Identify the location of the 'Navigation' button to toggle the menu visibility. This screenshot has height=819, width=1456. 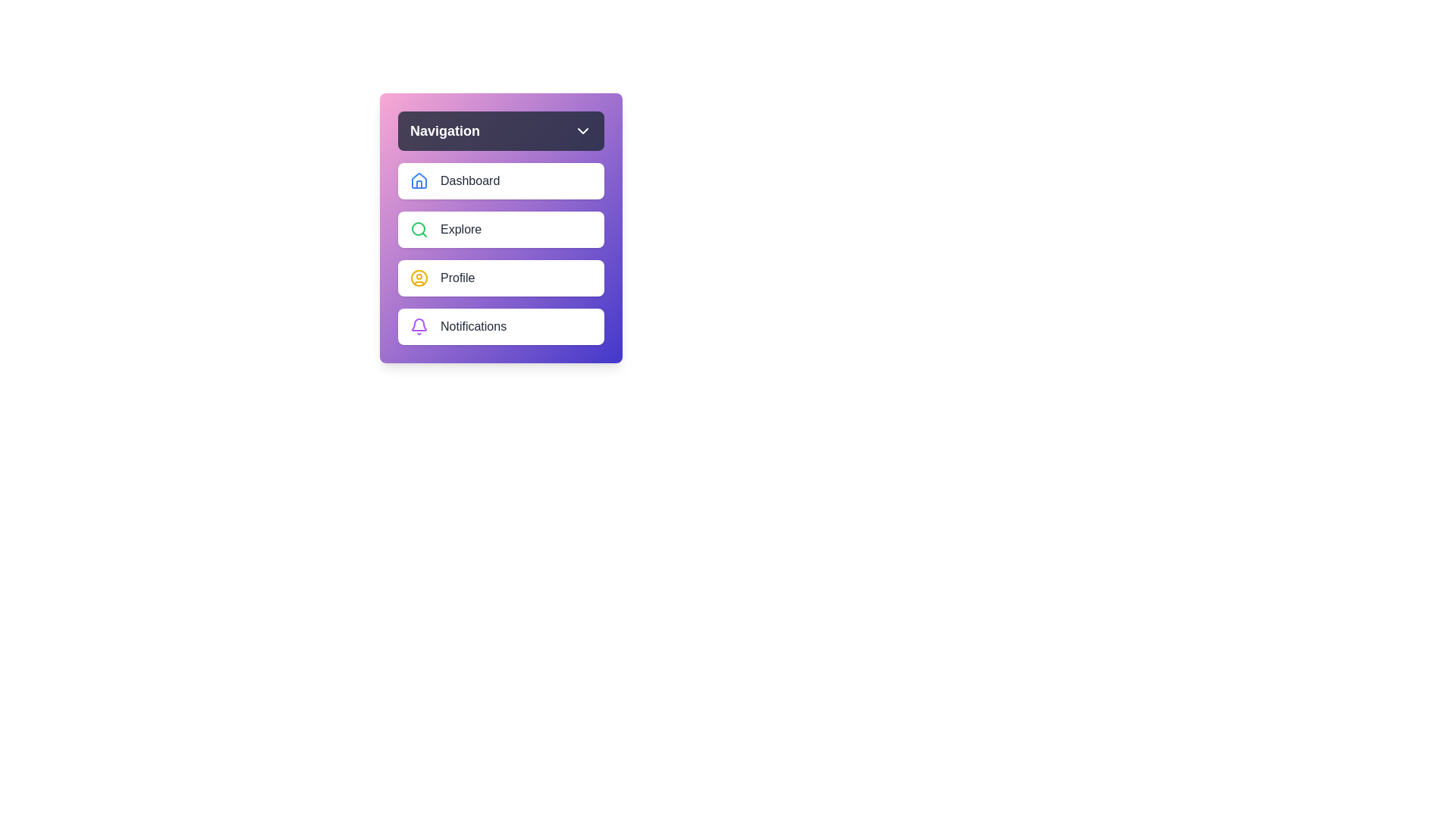
(501, 130).